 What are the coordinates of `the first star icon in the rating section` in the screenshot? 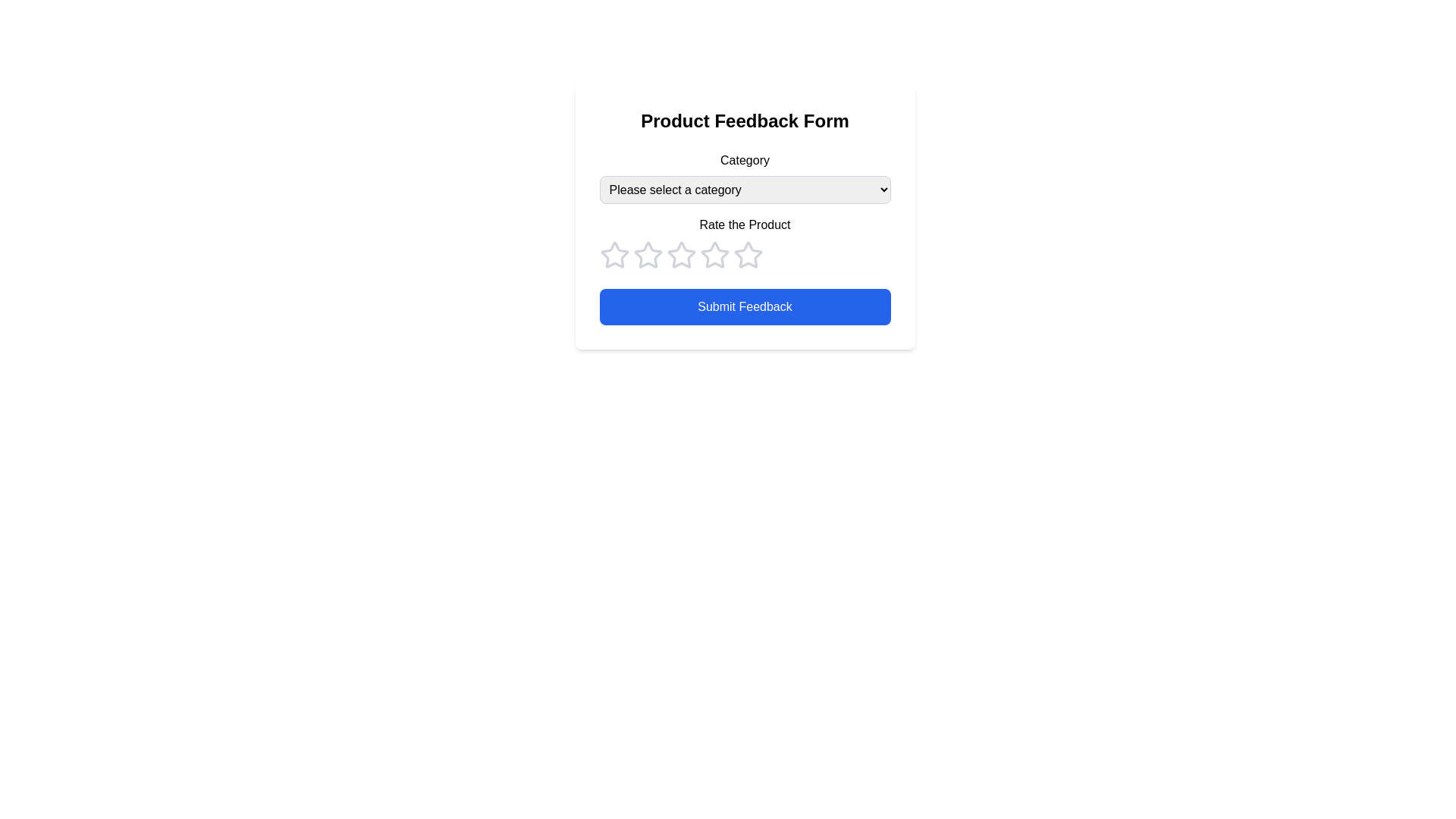 It's located at (614, 254).